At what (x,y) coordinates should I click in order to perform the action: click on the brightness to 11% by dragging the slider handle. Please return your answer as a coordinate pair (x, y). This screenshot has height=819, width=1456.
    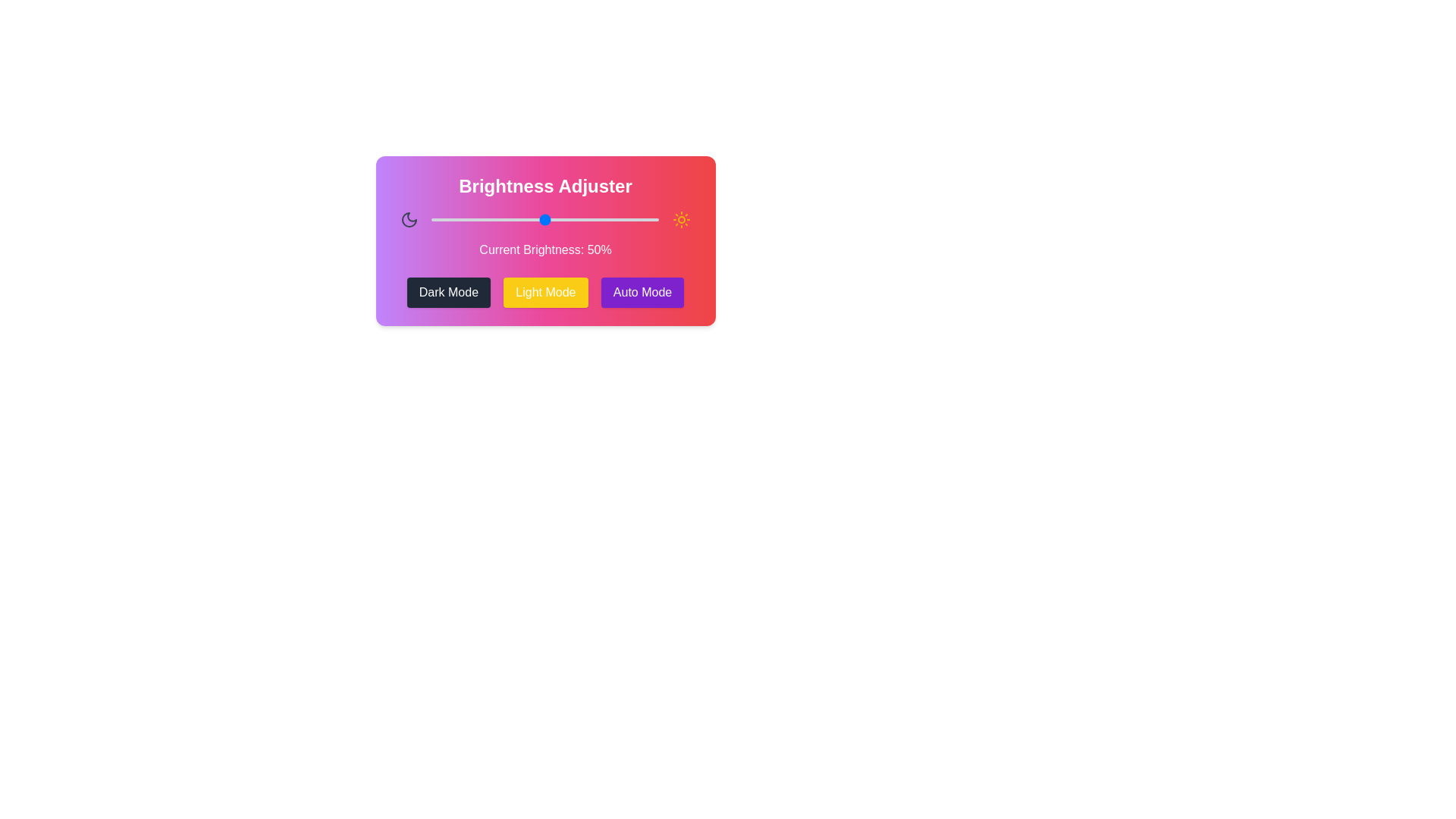
    Looking at the image, I should click on (456, 219).